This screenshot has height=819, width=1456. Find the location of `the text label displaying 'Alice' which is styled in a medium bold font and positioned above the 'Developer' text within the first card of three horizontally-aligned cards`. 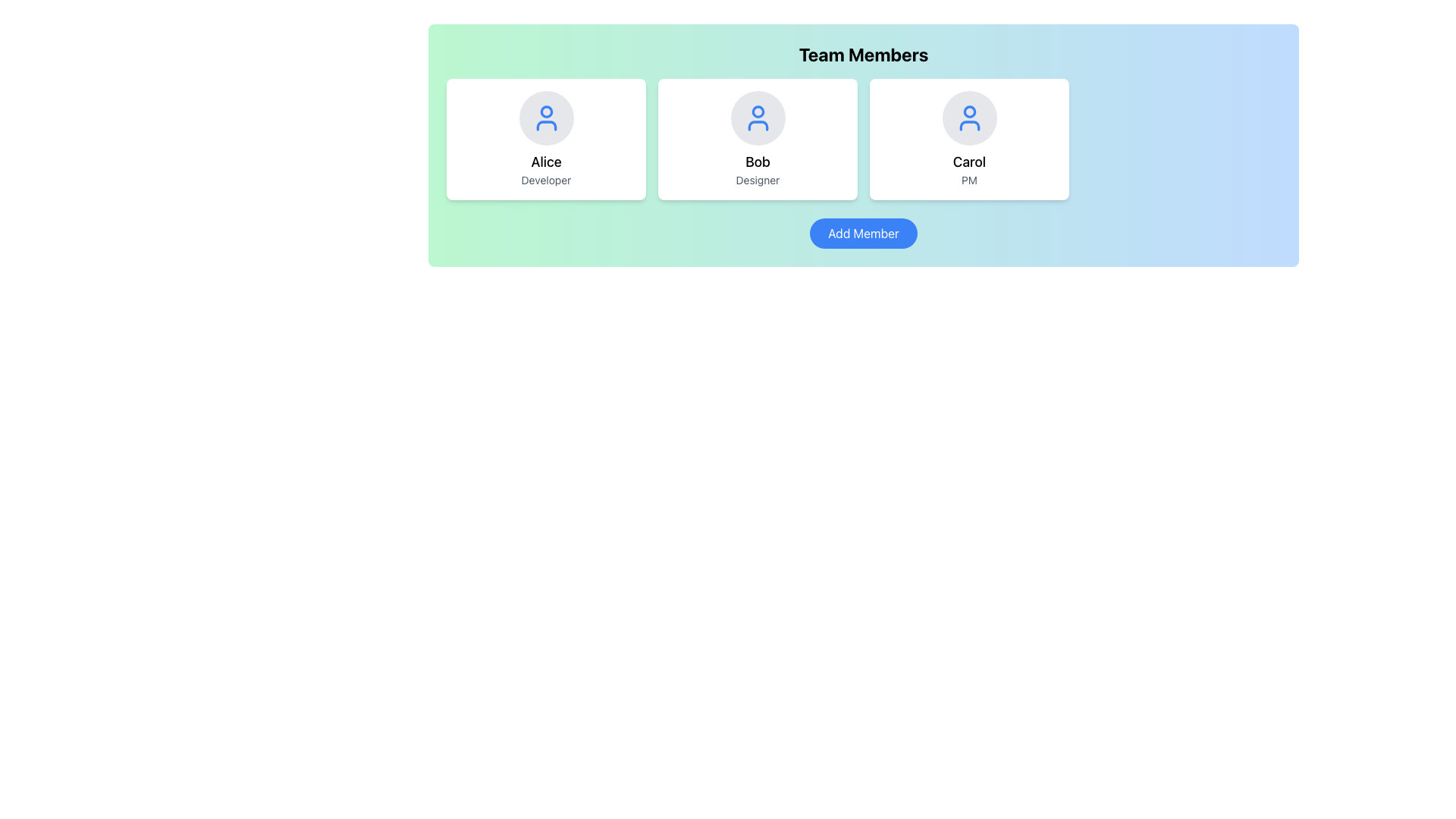

the text label displaying 'Alice' which is styled in a medium bold font and positioned above the 'Developer' text within the first card of three horizontally-aligned cards is located at coordinates (546, 162).